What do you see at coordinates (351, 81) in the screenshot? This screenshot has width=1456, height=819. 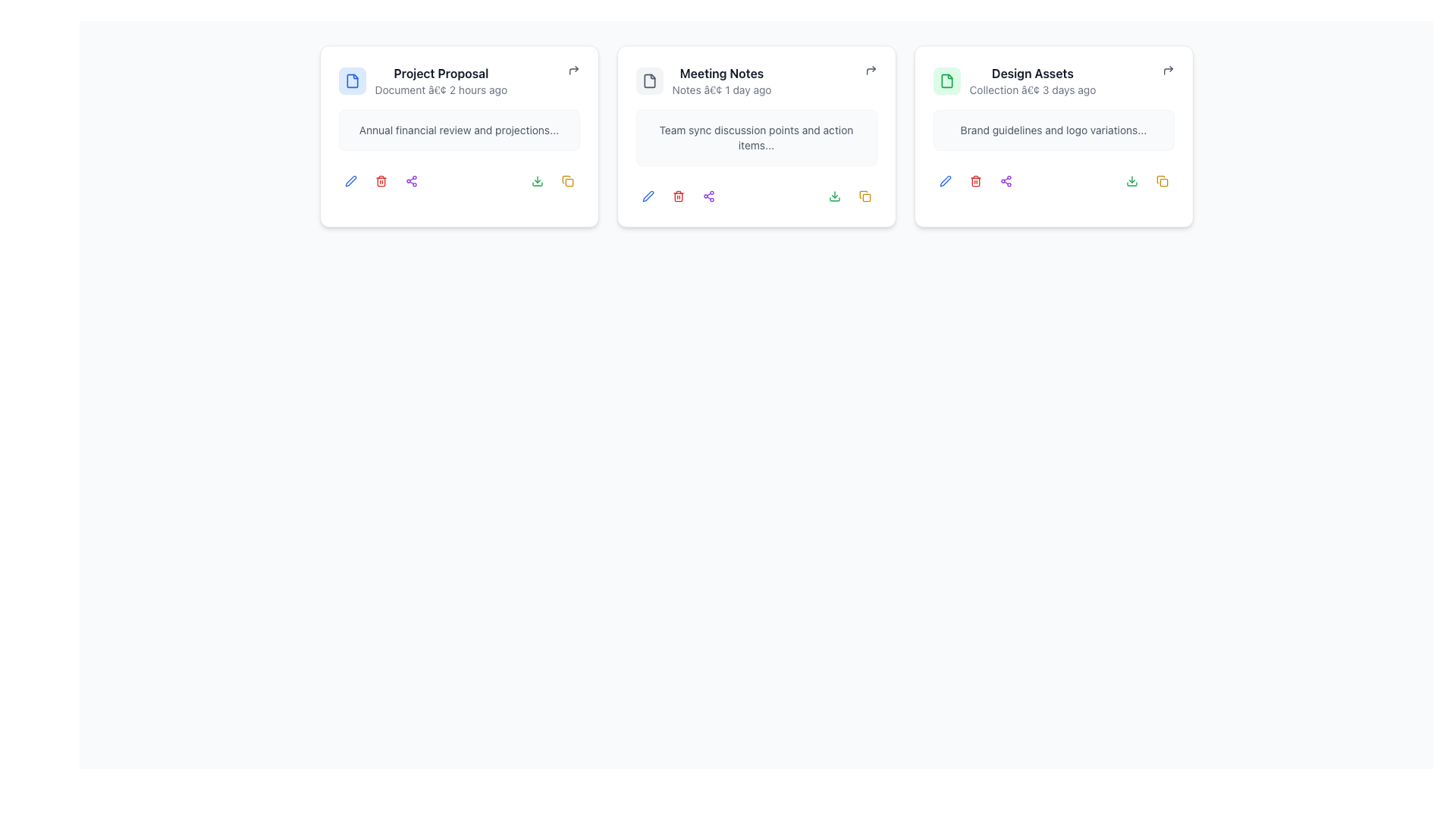 I see `the icon located at the top-left corner of the 'Project Proposal' card, which visually indicates a document-related item` at bounding box center [351, 81].